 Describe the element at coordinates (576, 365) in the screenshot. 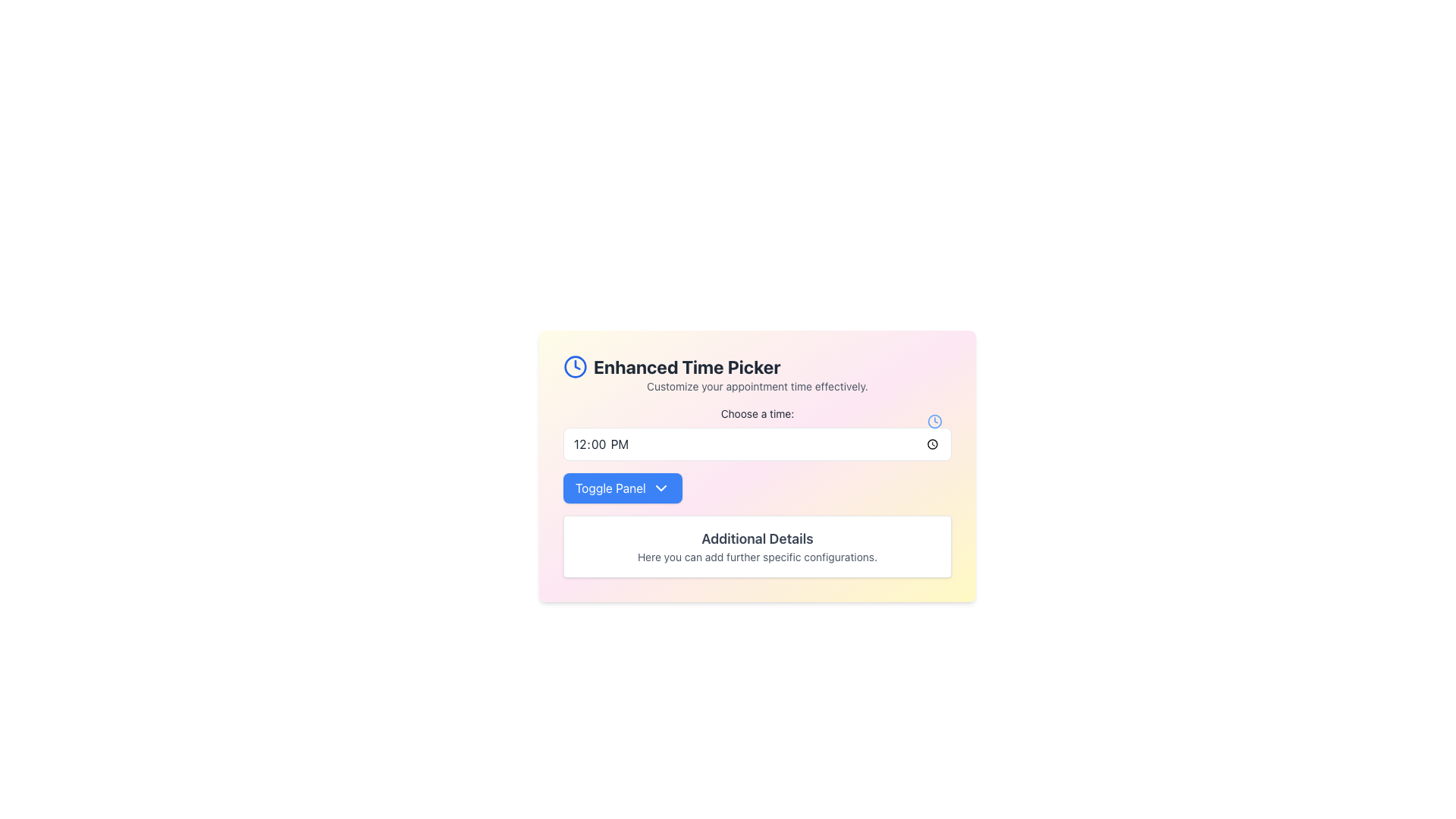

I see `the clock hand element of the clock icon located in the header of the card interface, which is positioned to the left of the text 'Enhanced Time Picker'` at that location.